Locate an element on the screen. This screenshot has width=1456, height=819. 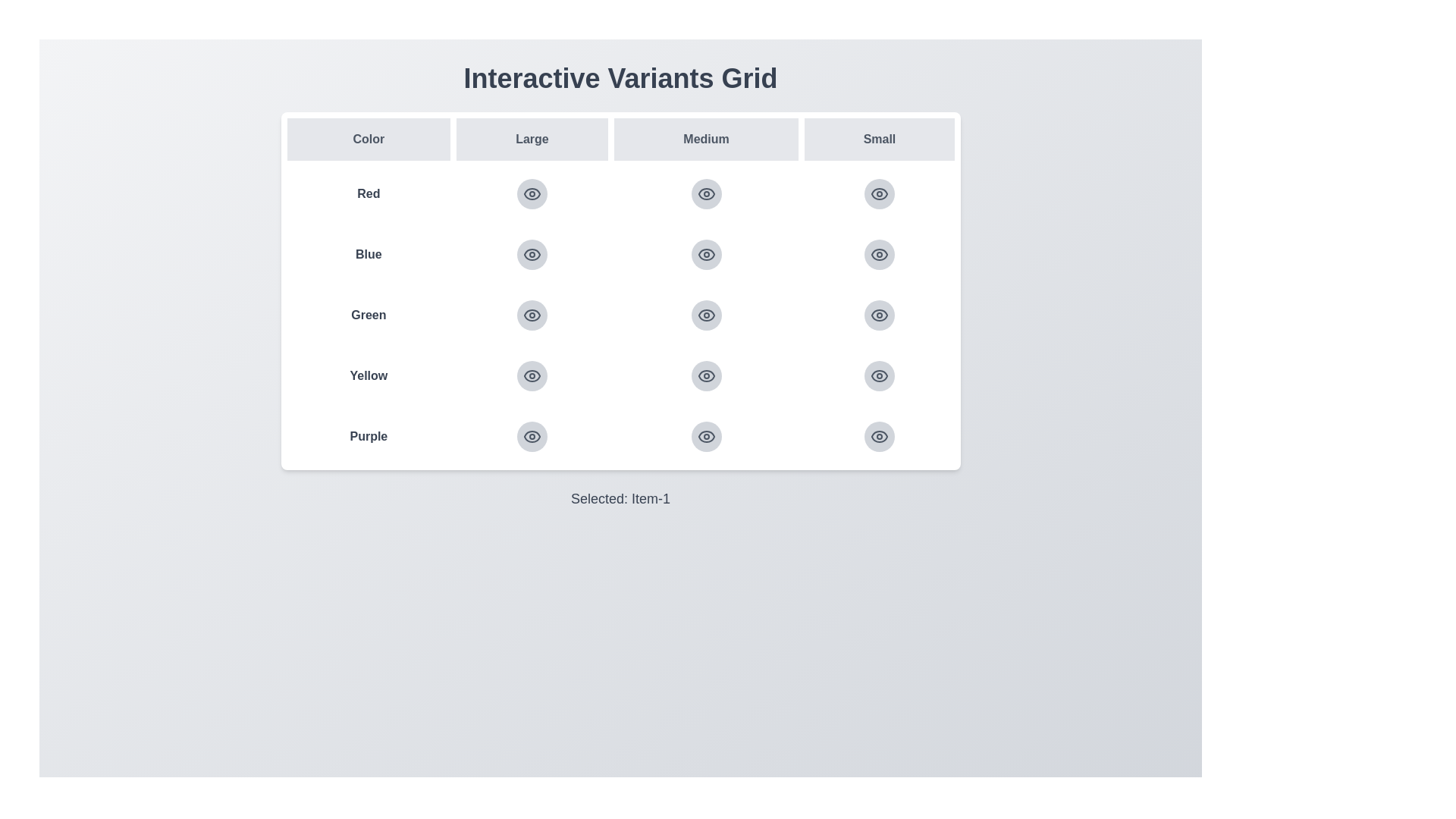
the interactive button (icon) in the first cell of the 'Purple' row is located at coordinates (532, 436).